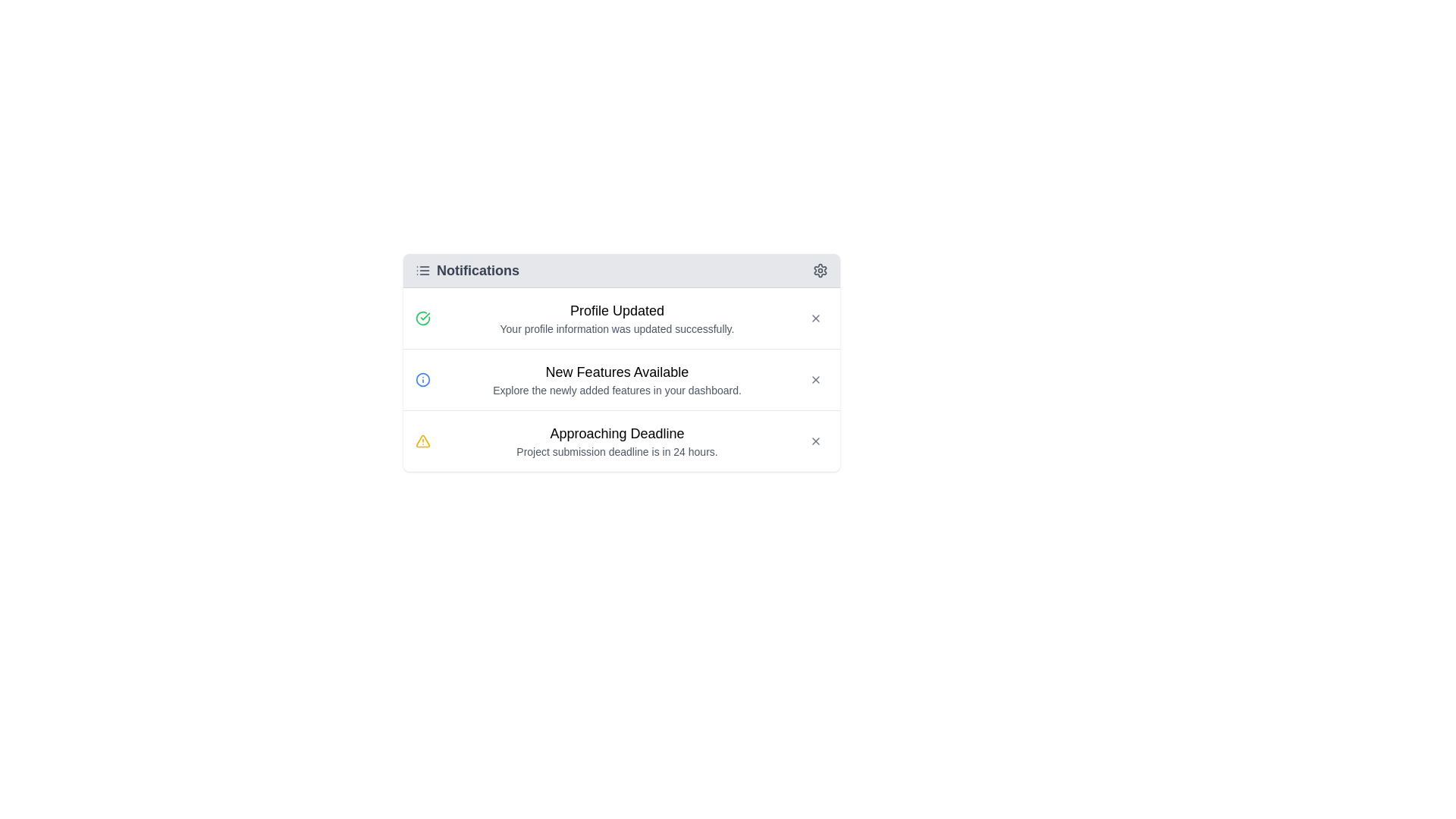 This screenshot has width=1456, height=819. Describe the element at coordinates (622, 378) in the screenshot. I see `the notification card titled 'New Features Available' which includes the description 'Explore the newly added features in your dashboard.'` at that location.